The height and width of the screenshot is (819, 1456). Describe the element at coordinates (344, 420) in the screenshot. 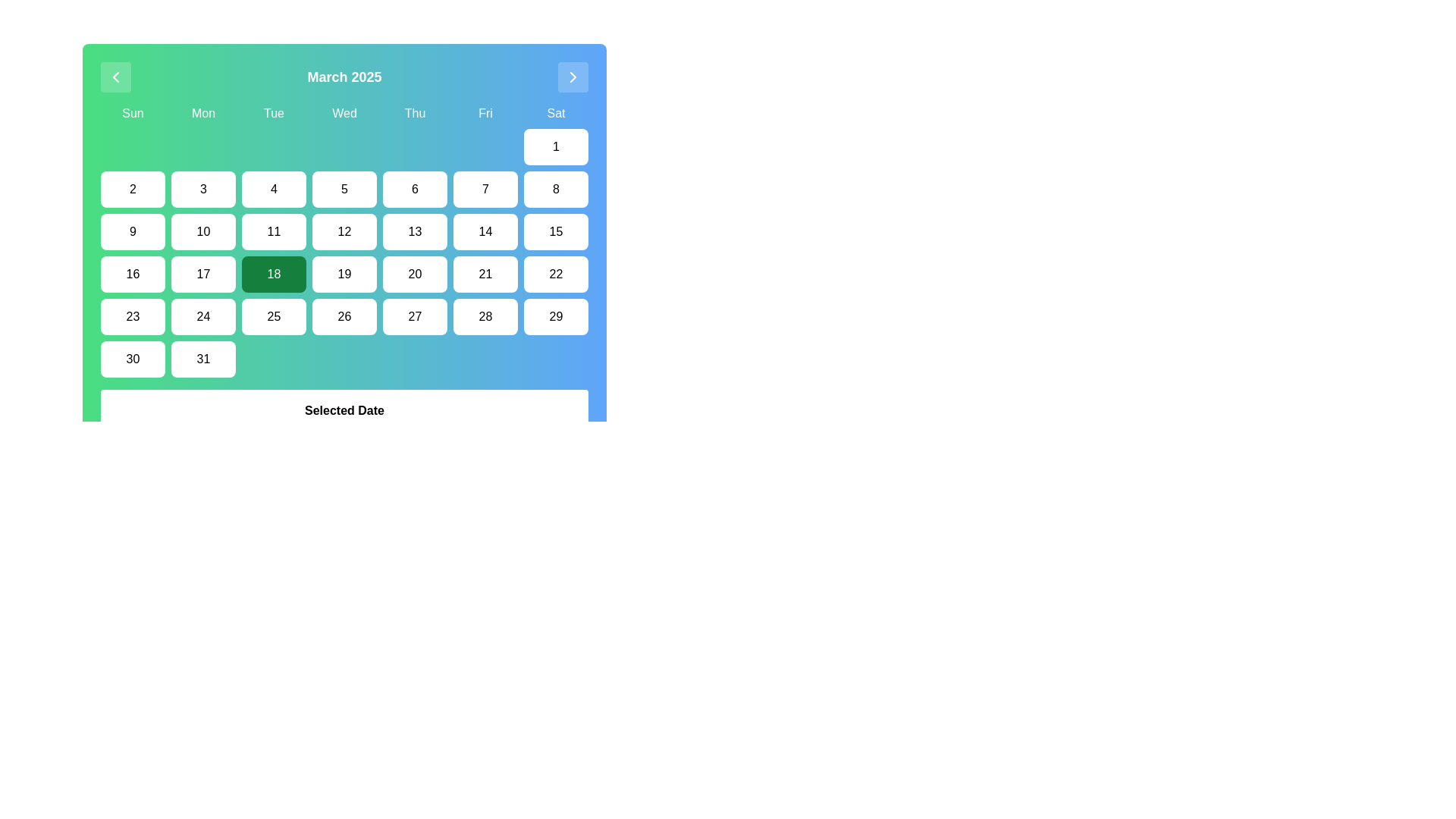

I see `the Informational panel that displays 'Selected Date' and the formatted date 'Tue Mar 18 2025'` at that location.